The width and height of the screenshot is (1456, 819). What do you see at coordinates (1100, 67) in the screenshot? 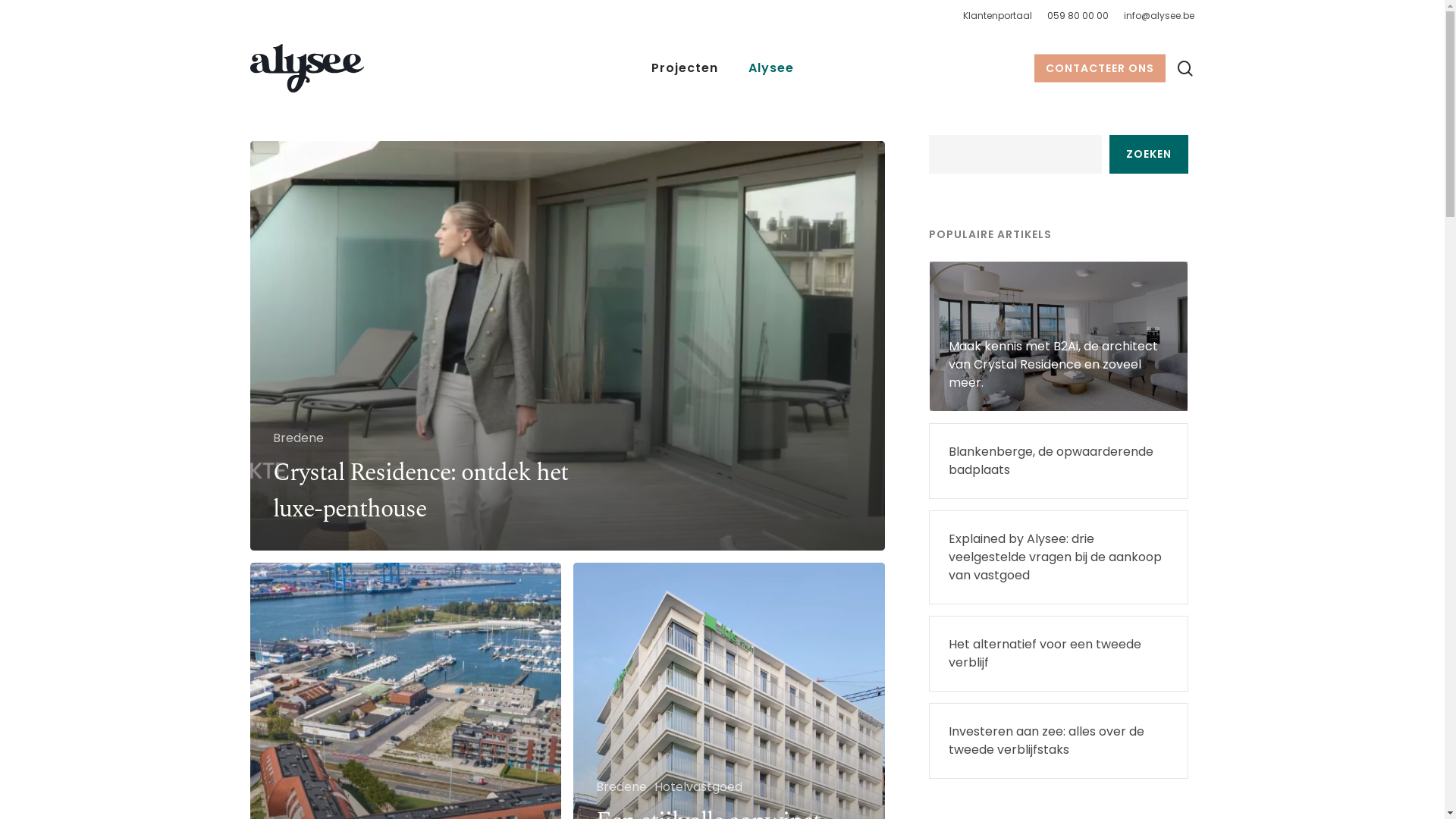
I see `'CONTACTEER ONS'` at bounding box center [1100, 67].